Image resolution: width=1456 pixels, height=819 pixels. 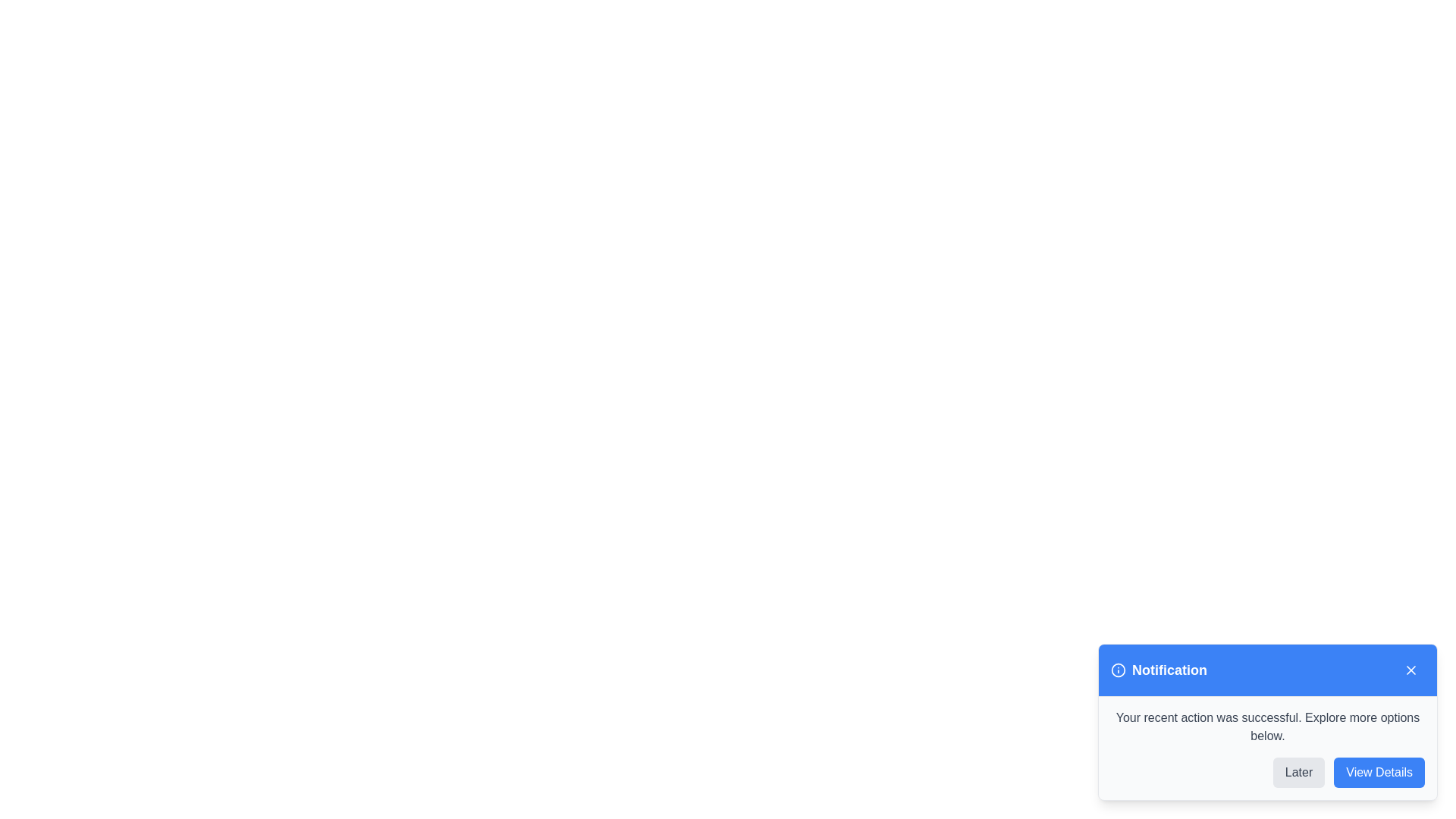 What do you see at coordinates (1169, 669) in the screenshot?
I see `the blue notification label at the top of the pop-up that indicates the purpose of the notification message` at bounding box center [1169, 669].